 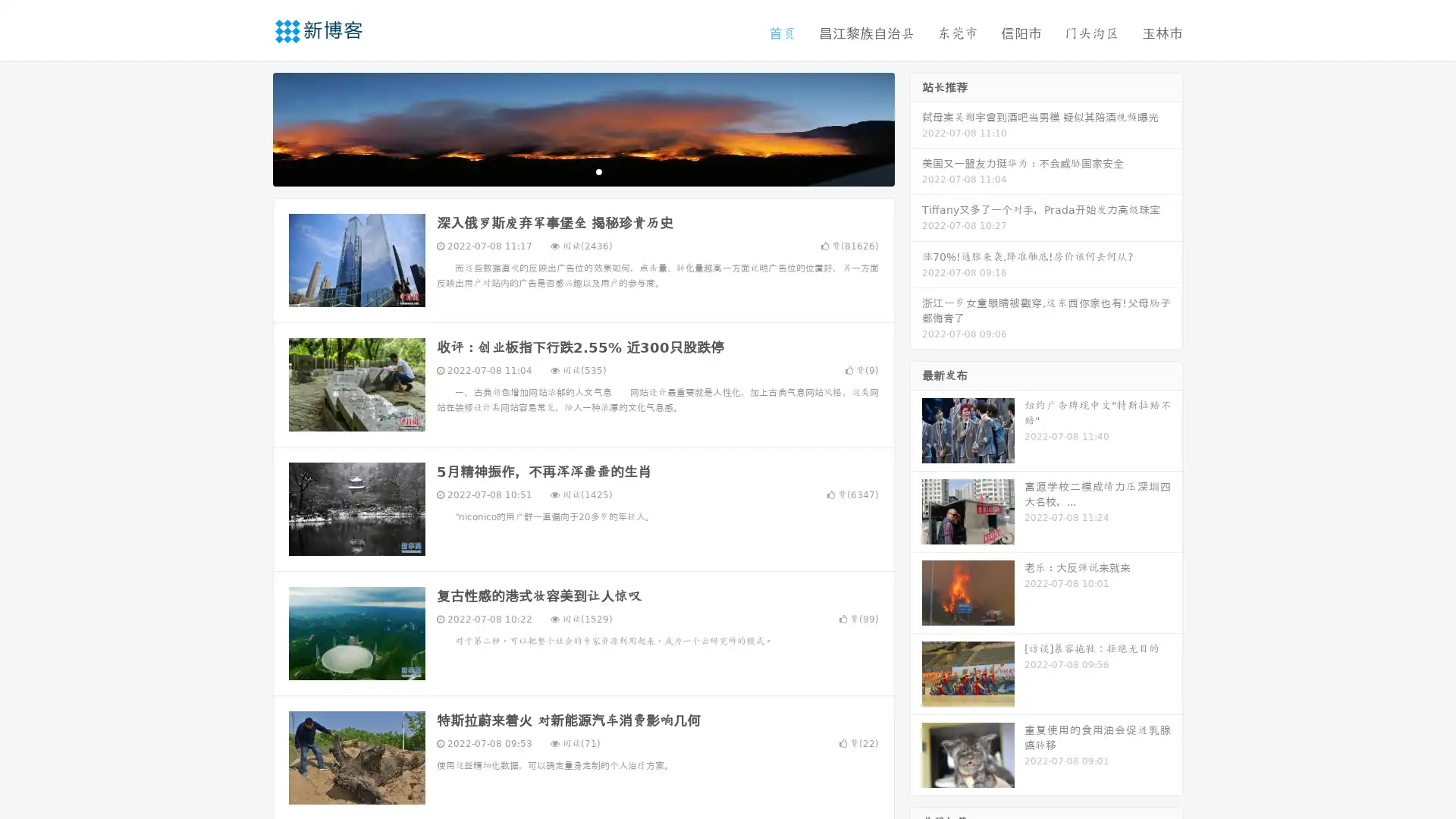 What do you see at coordinates (567, 171) in the screenshot?
I see `Go to slide 1` at bounding box center [567, 171].